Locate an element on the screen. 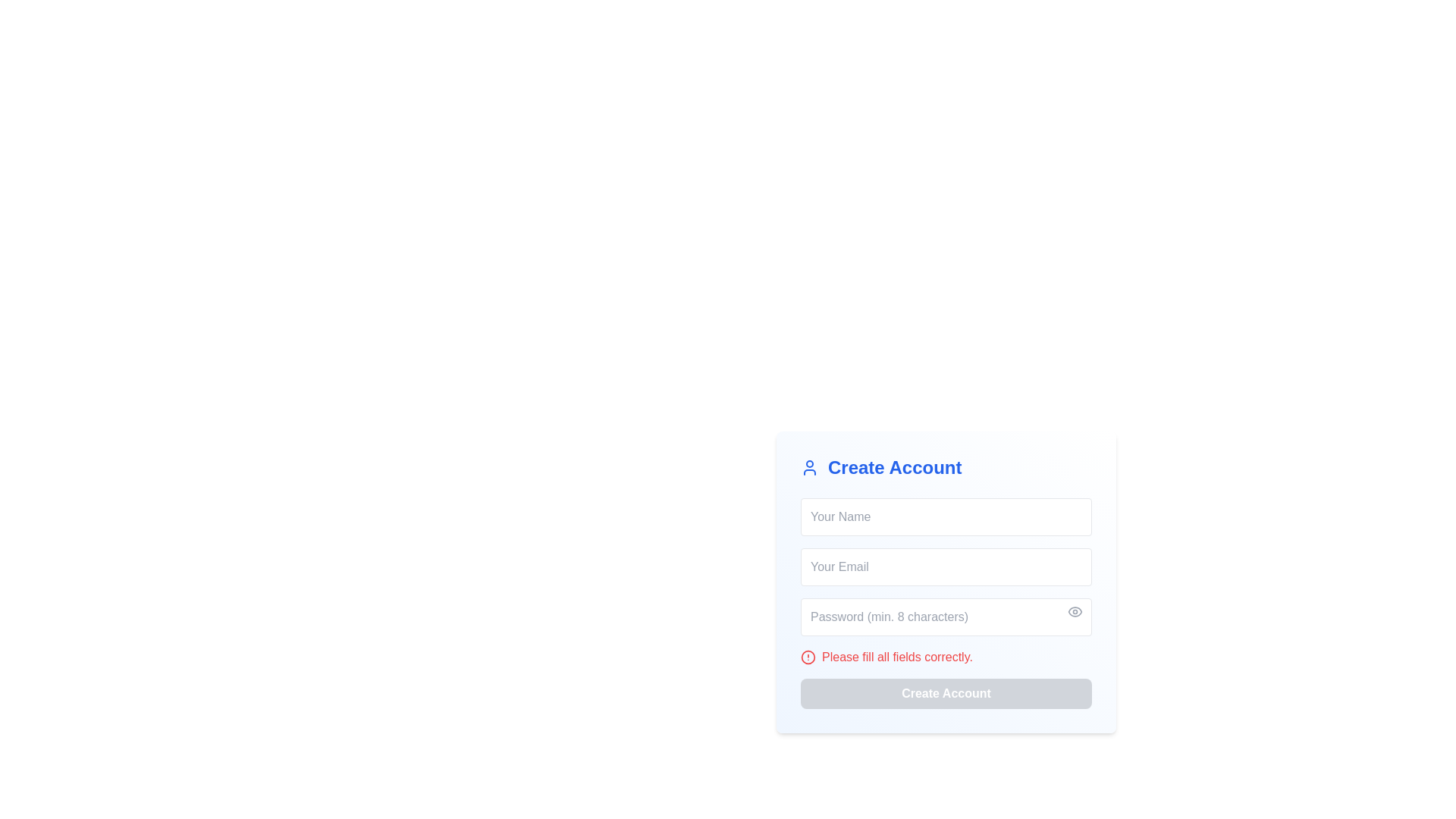  warning message displayed in red color with an icon on the left stating 'Please fill all fields correctly.' is located at coordinates (946, 657).